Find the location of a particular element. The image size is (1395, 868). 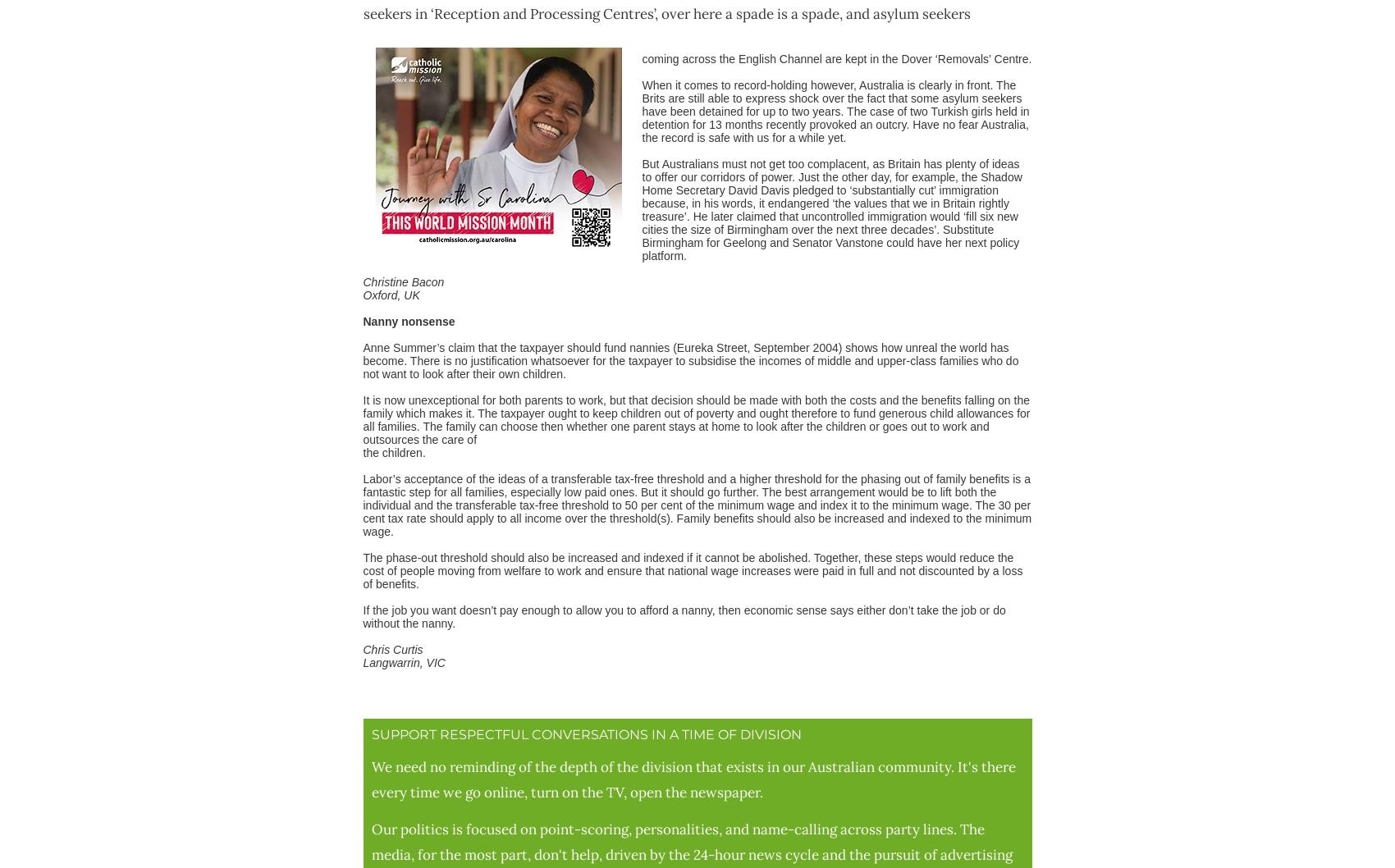

'We need no reminding of the depth of the division that exists in our Australian community. It's there every time we go online, turn on the TV, open the newspaper.' is located at coordinates (692, 779).